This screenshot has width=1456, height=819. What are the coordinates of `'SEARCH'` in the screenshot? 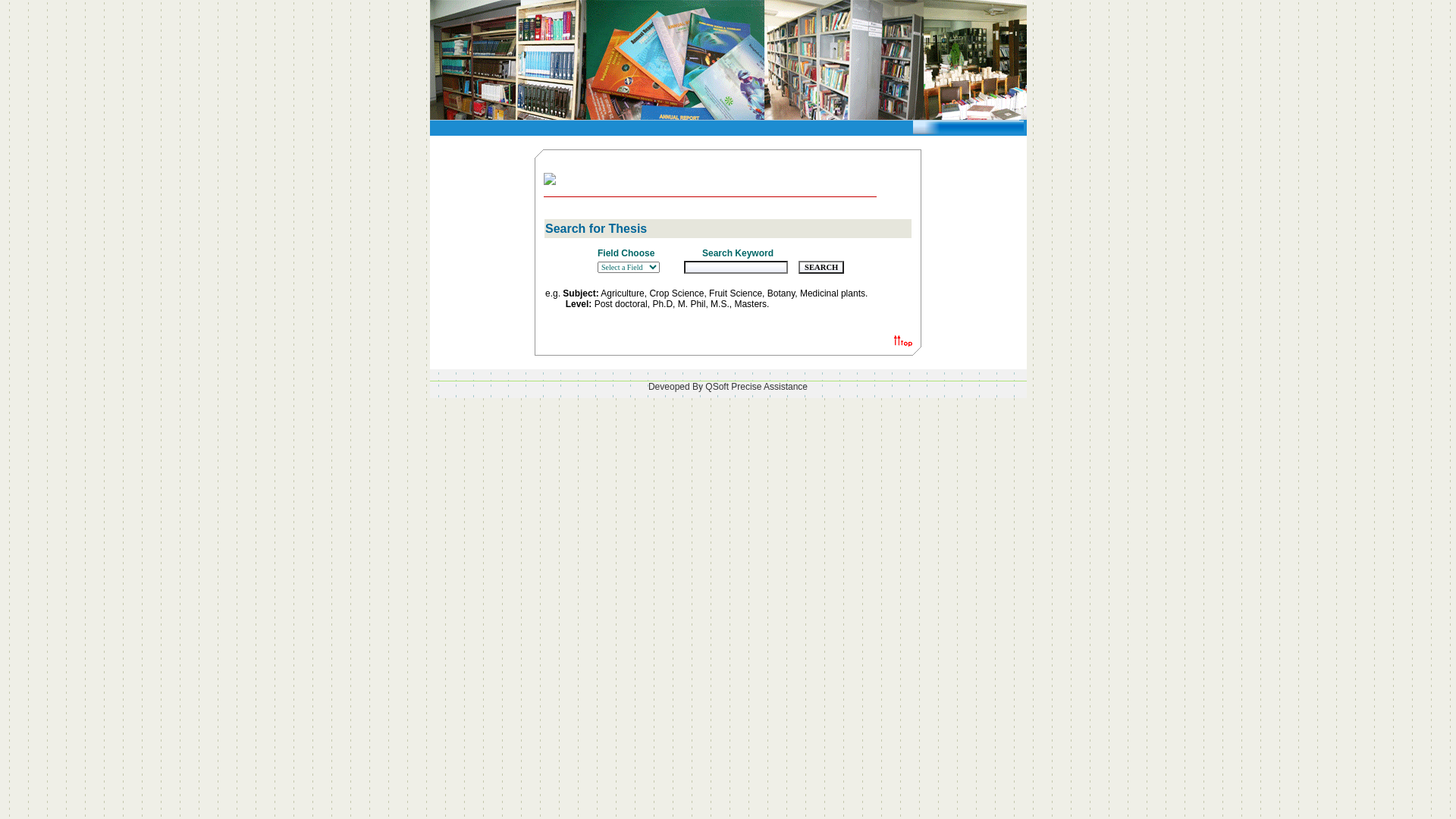 It's located at (821, 266).